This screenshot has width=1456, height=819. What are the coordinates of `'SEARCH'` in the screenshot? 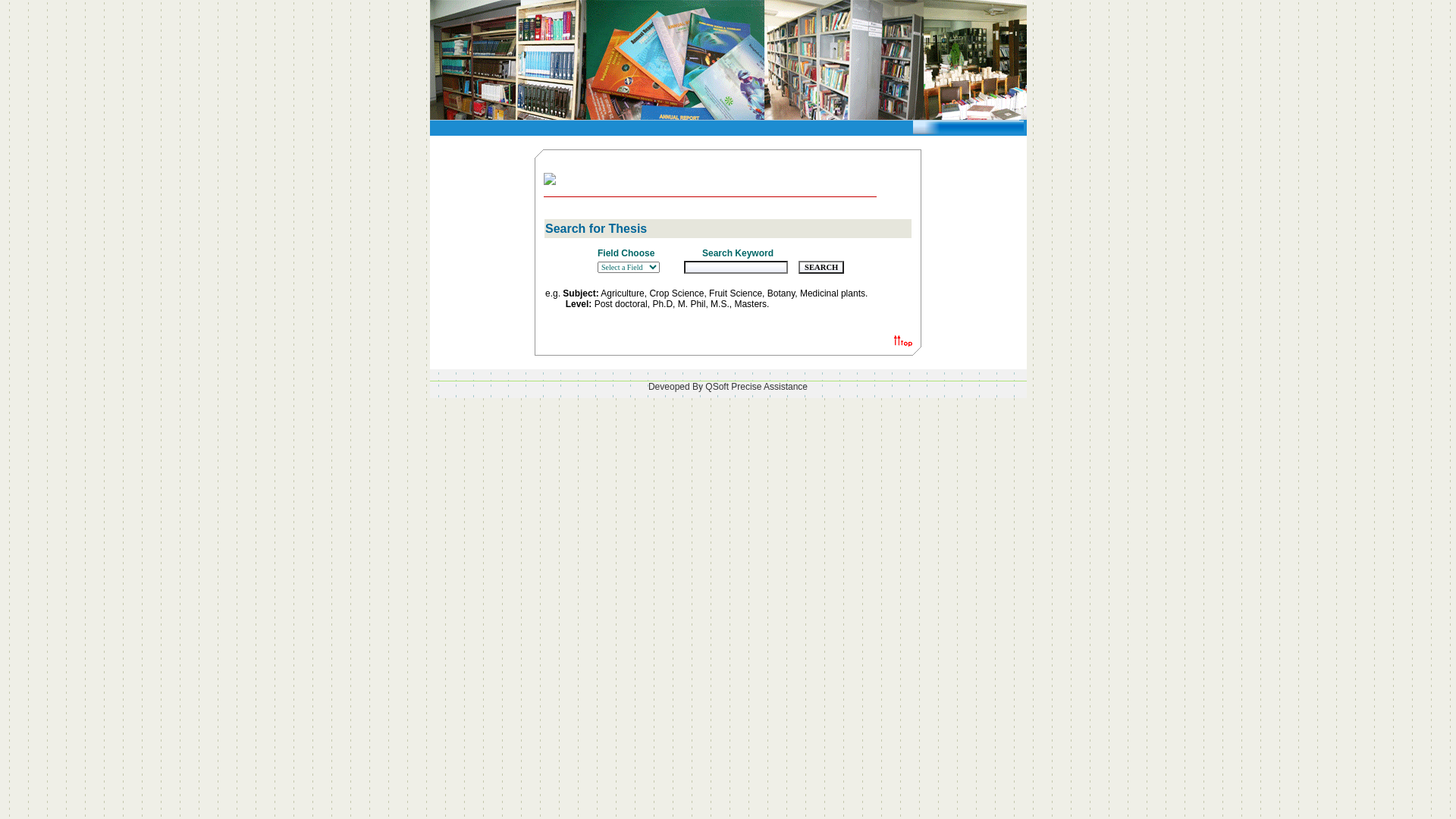 It's located at (821, 266).